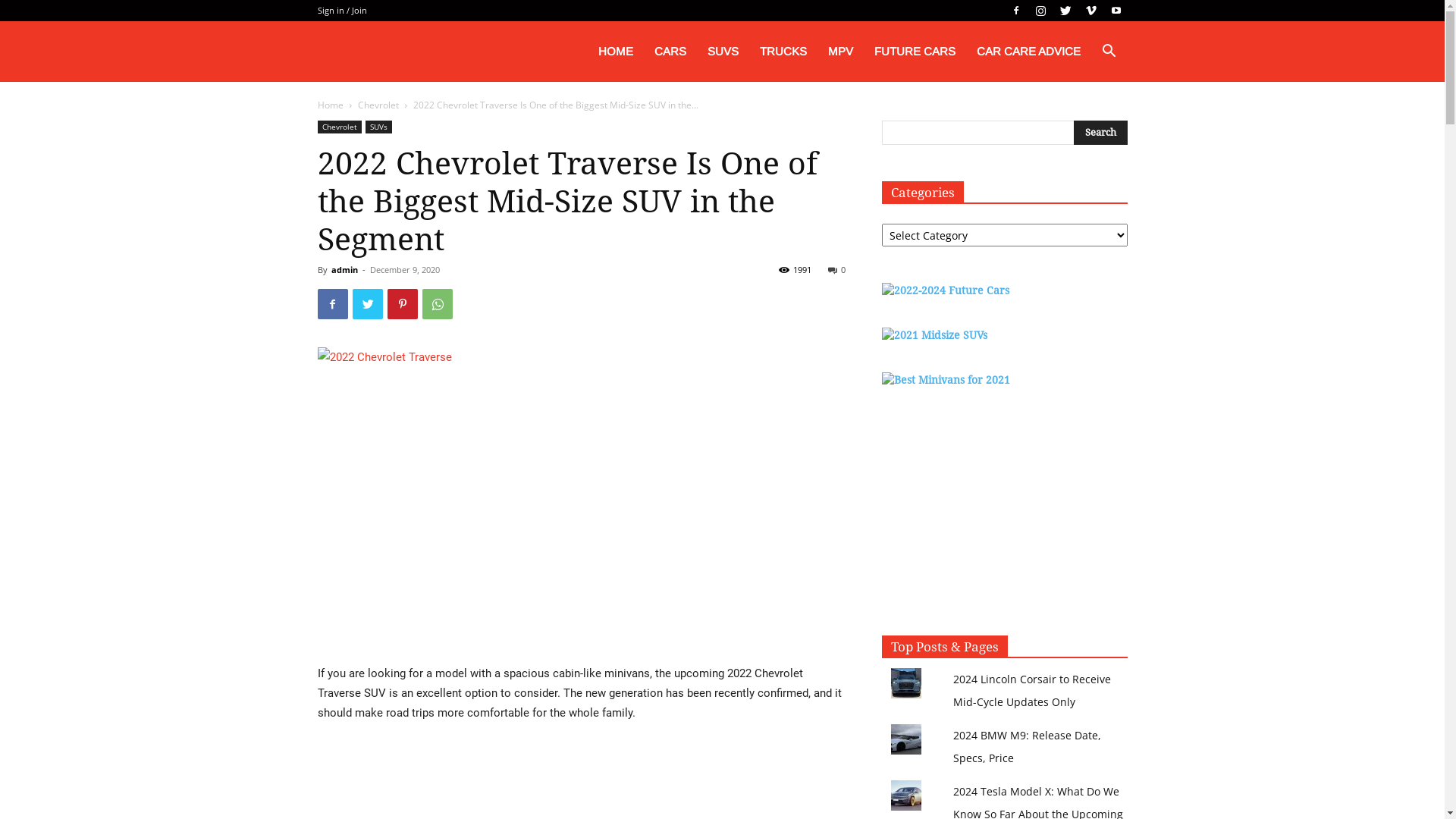 This screenshot has width=1456, height=819. What do you see at coordinates (839, 51) in the screenshot?
I see `'MPV'` at bounding box center [839, 51].